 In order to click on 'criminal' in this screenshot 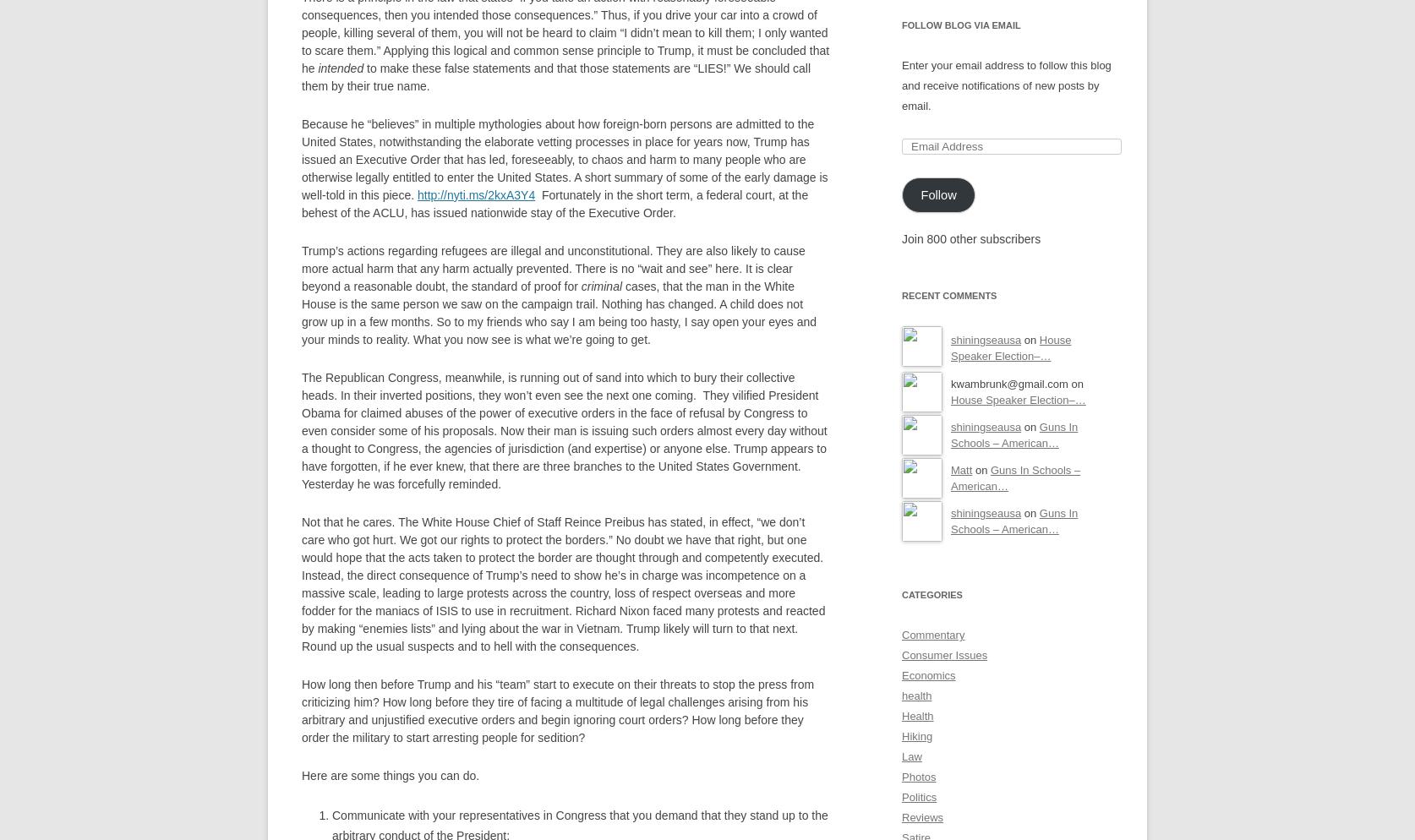, I will do `click(600, 284)`.